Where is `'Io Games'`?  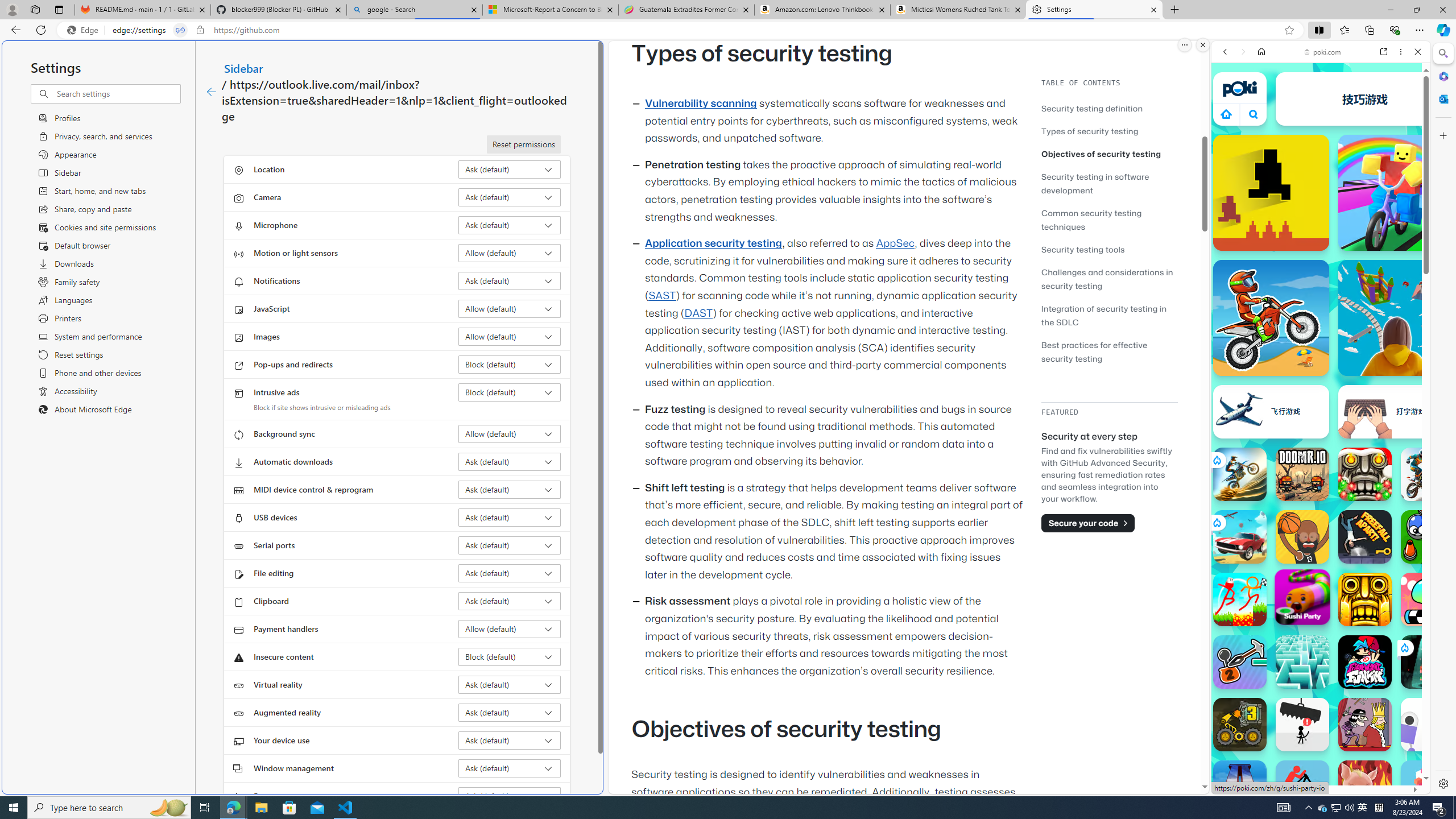 'Io Games' is located at coordinates (1319, 350).